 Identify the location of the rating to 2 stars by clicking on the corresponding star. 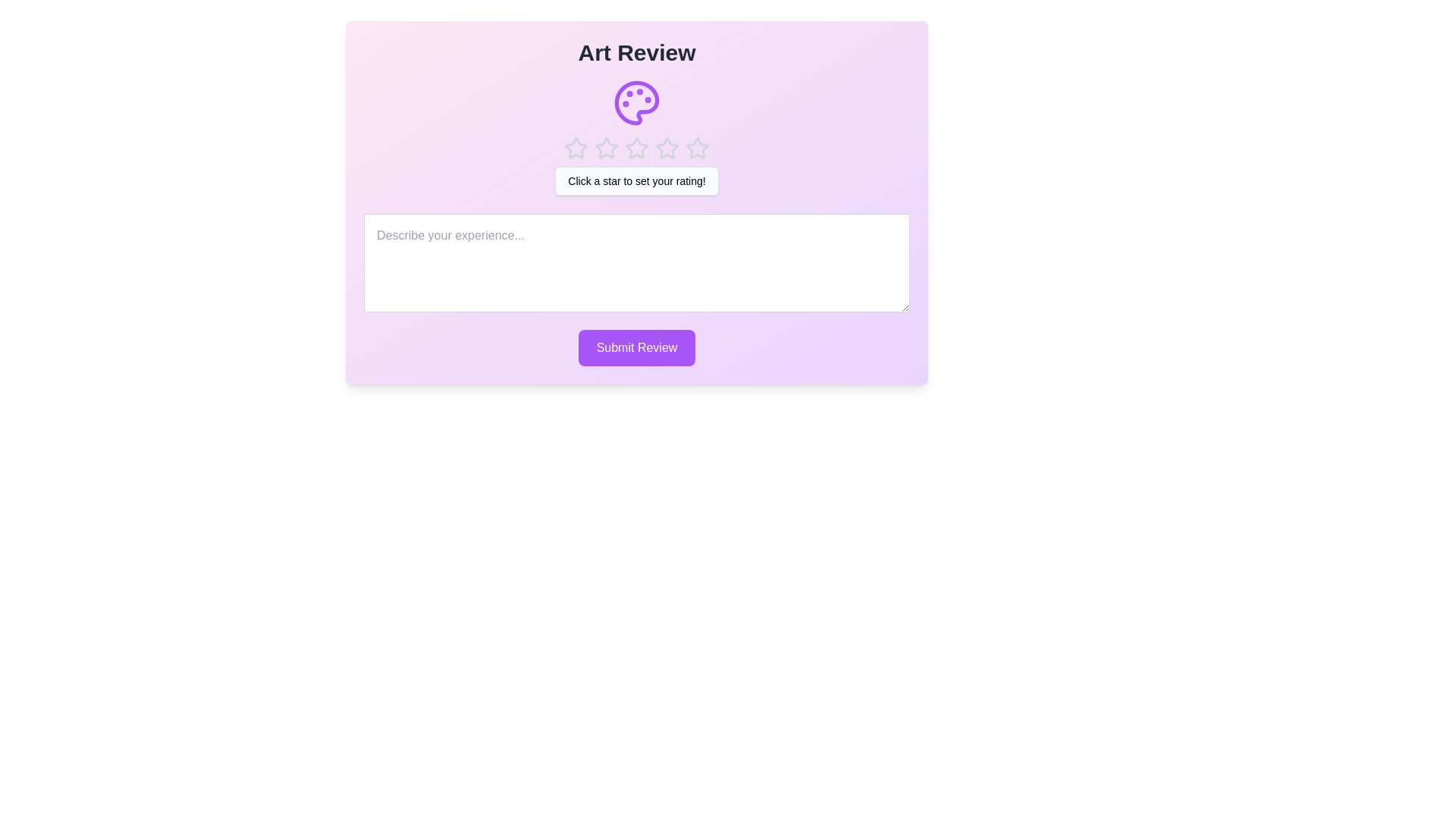
(607, 149).